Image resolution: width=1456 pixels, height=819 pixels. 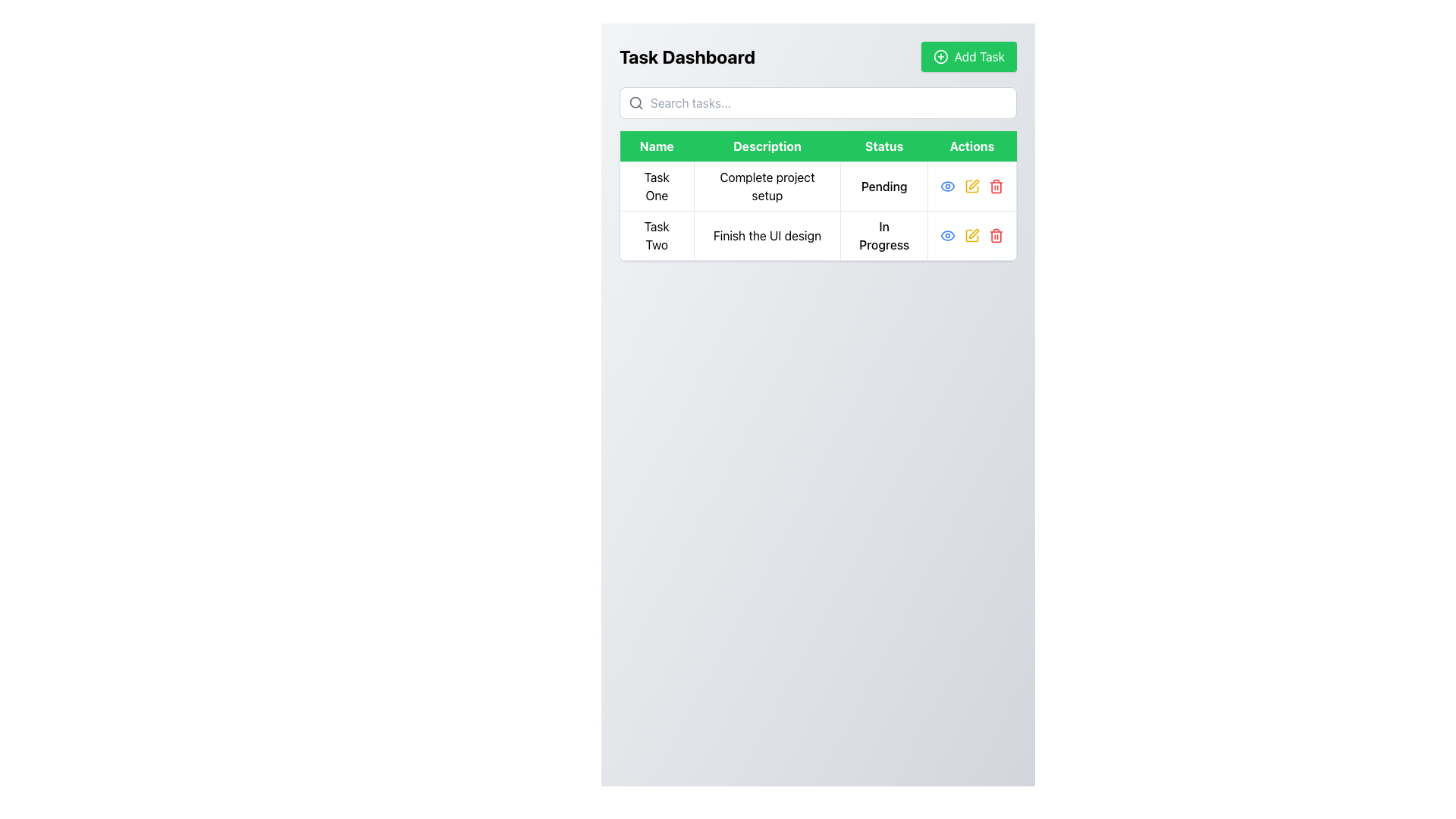 I want to click on the first row of the task management table for interactions, so click(x=817, y=186).